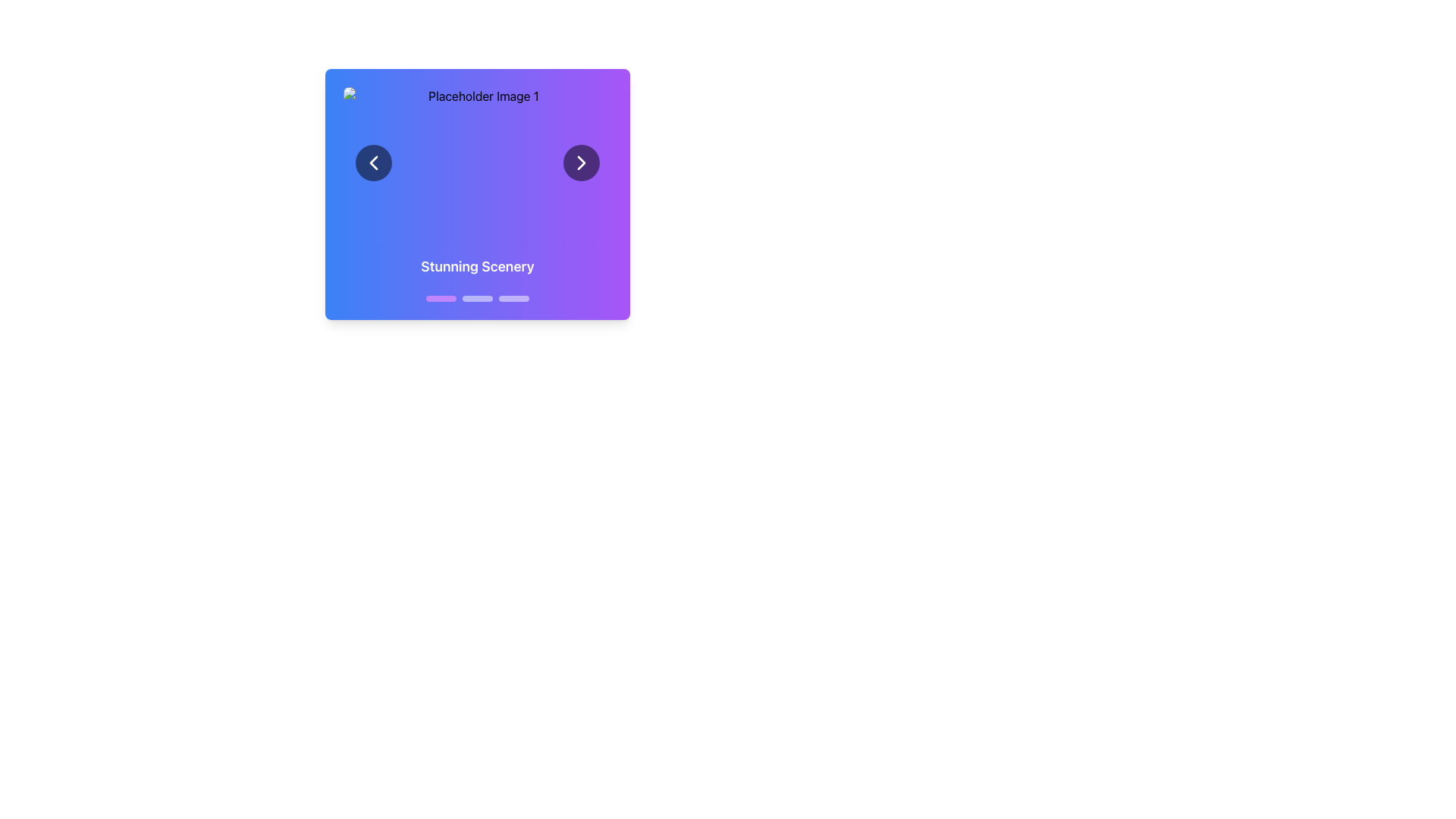 This screenshot has width=1456, height=819. What do you see at coordinates (581, 162) in the screenshot?
I see `the right-side navigational icon on the middle edge of the card` at bounding box center [581, 162].